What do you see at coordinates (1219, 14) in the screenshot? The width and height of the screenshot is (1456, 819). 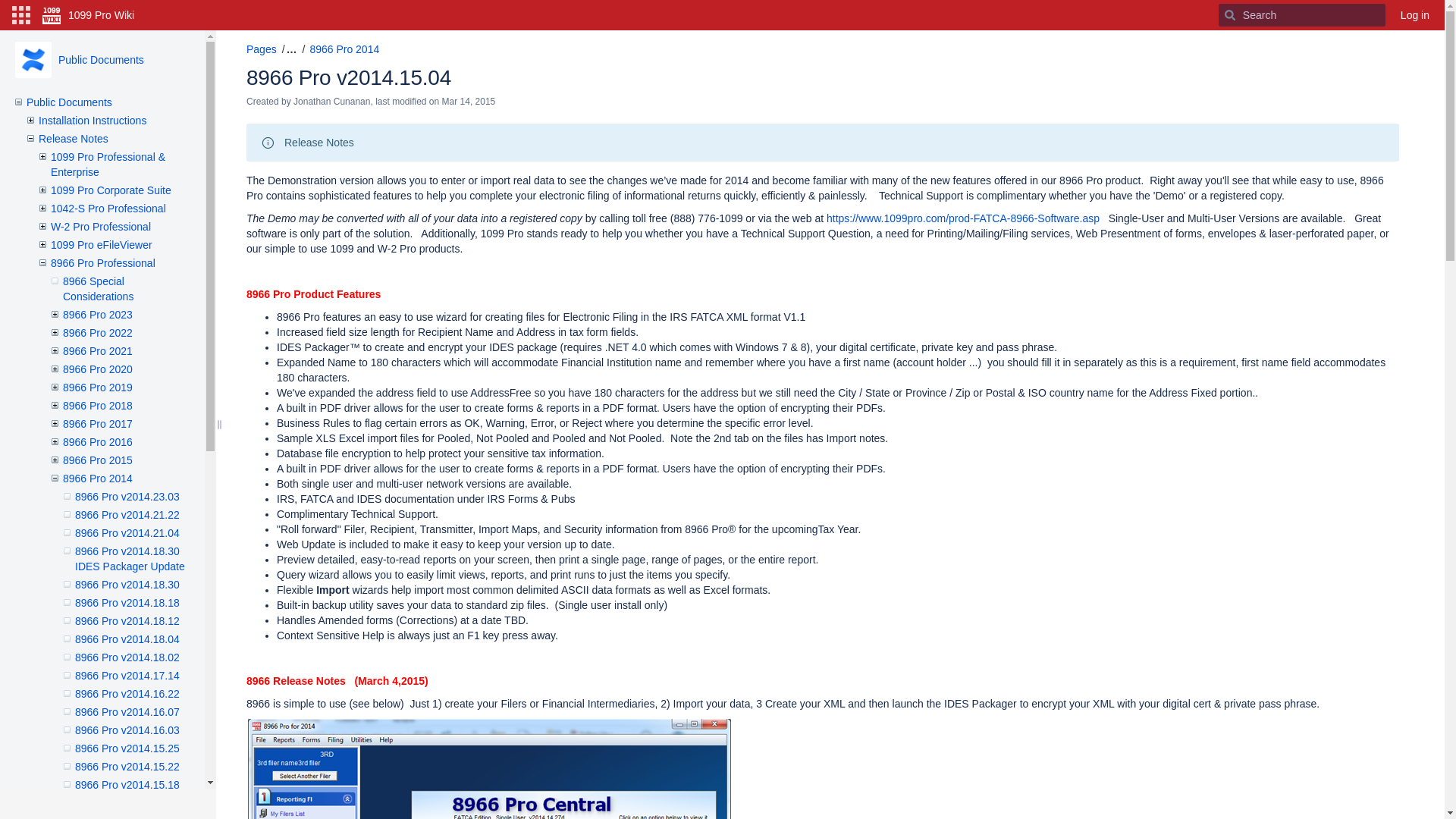 I see `' (Type 'g' then 'g'OR '/')'` at bounding box center [1219, 14].